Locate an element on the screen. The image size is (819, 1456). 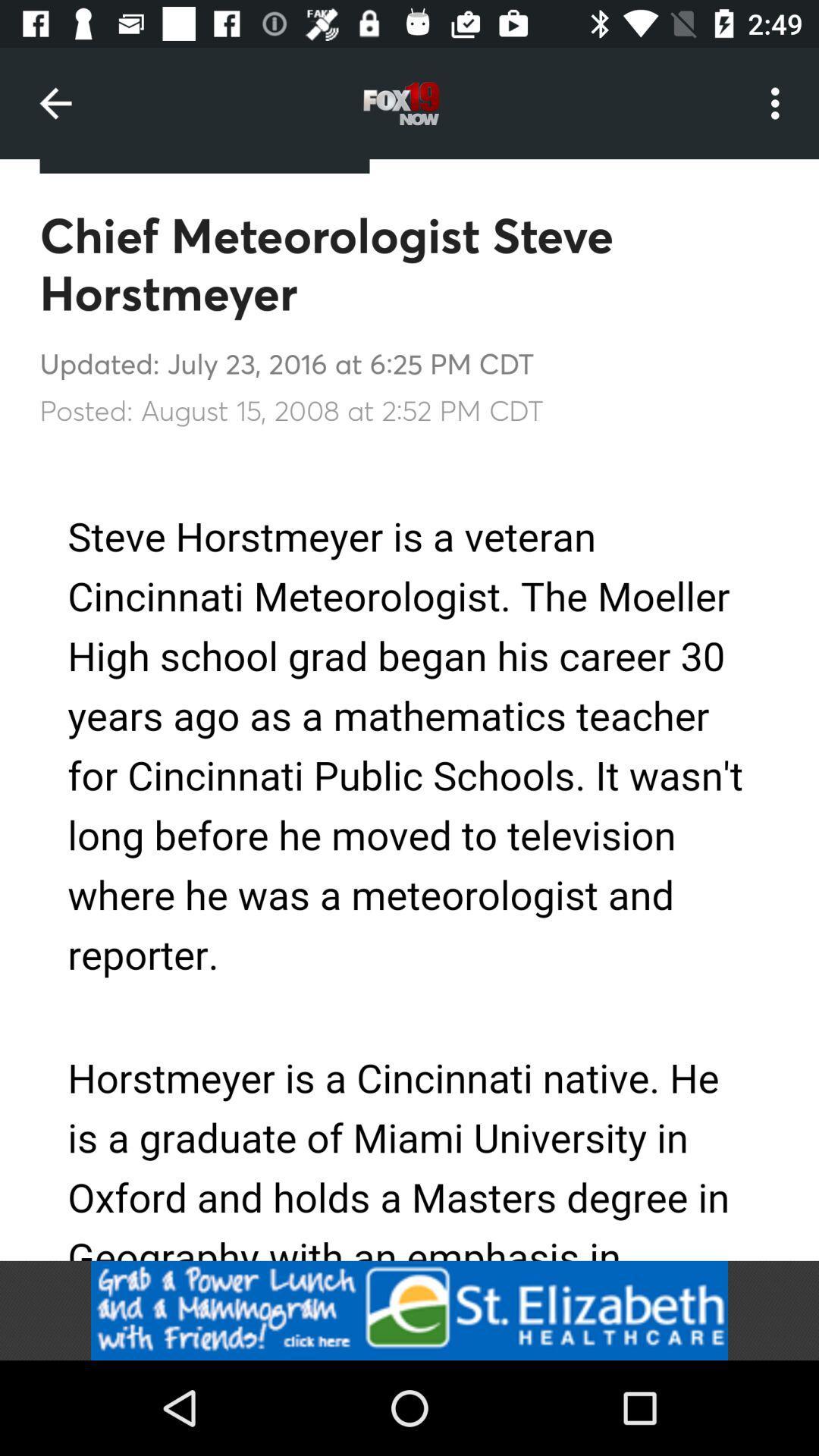
the picture is located at coordinates (409, 1310).